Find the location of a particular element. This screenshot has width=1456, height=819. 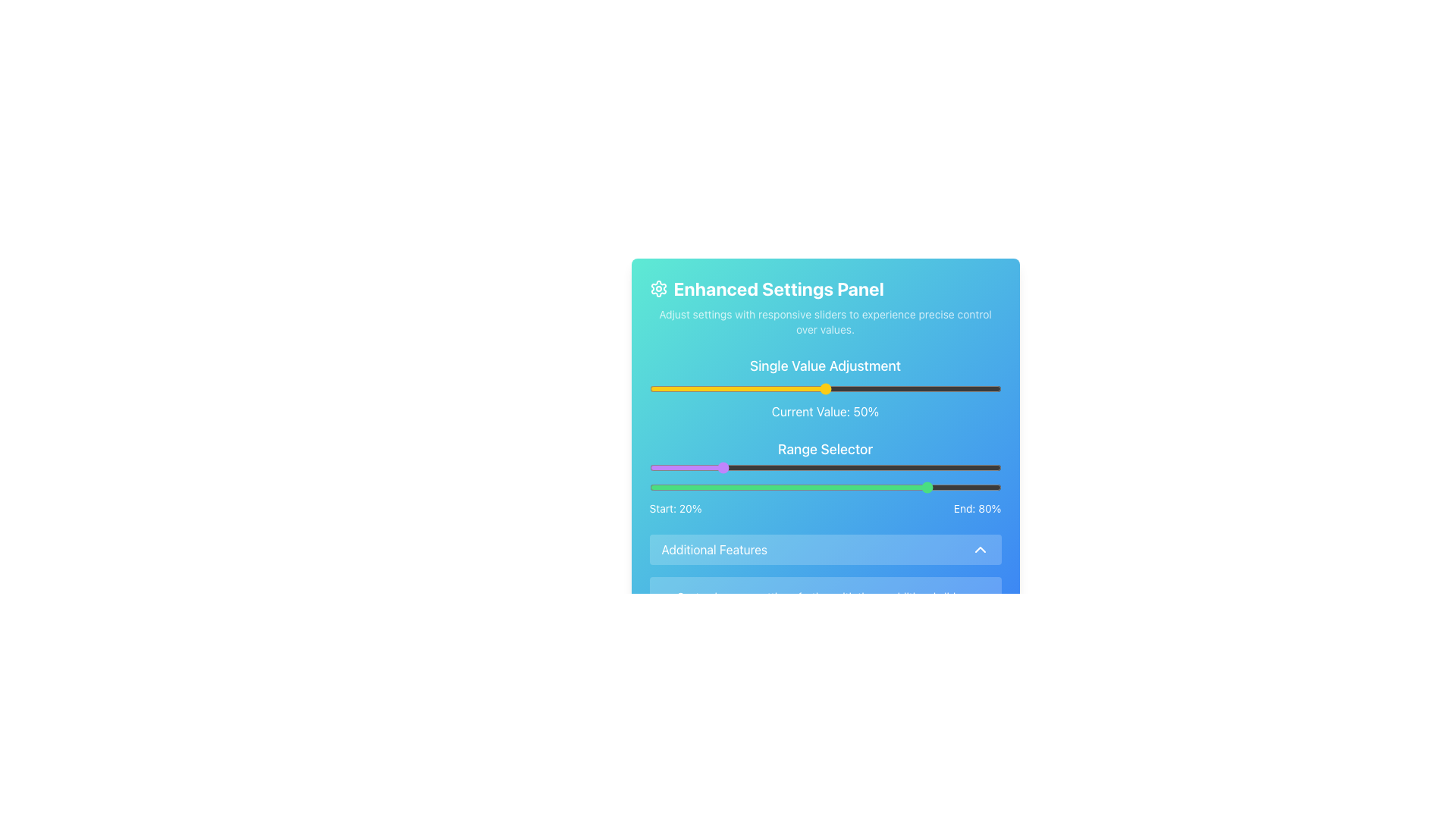

the range slider handle to change its position, which adjusts the value displayed dynamically between 0 and 100, currently showing '50%' is located at coordinates (824, 388).